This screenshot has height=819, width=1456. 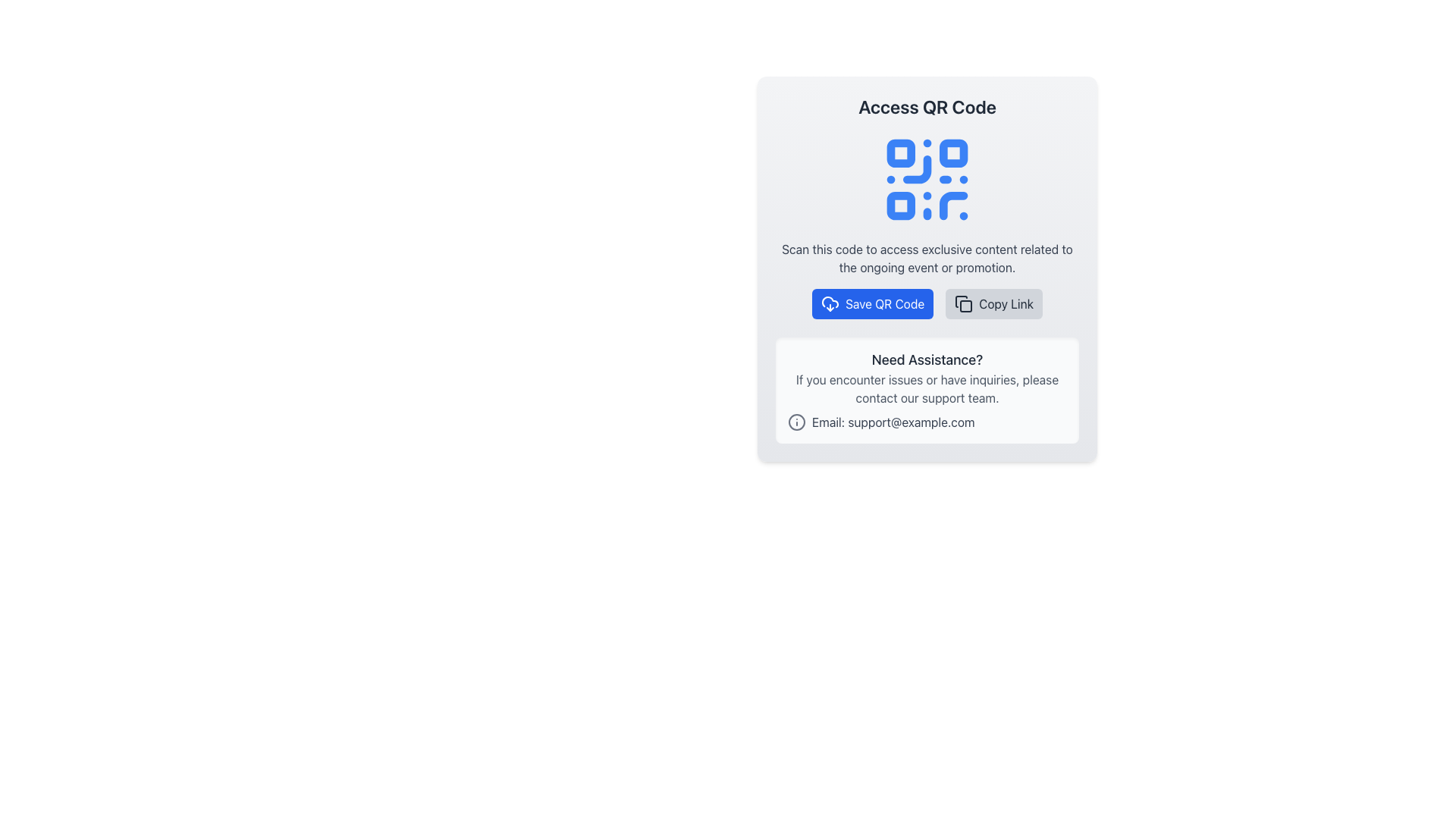 What do you see at coordinates (927, 257) in the screenshot?
I see `the informational text element that explains the QR code functionality, positioned below the QR code icon and above the action buttons, to potentially reveal tooltips` at bounding box center [927, 257].